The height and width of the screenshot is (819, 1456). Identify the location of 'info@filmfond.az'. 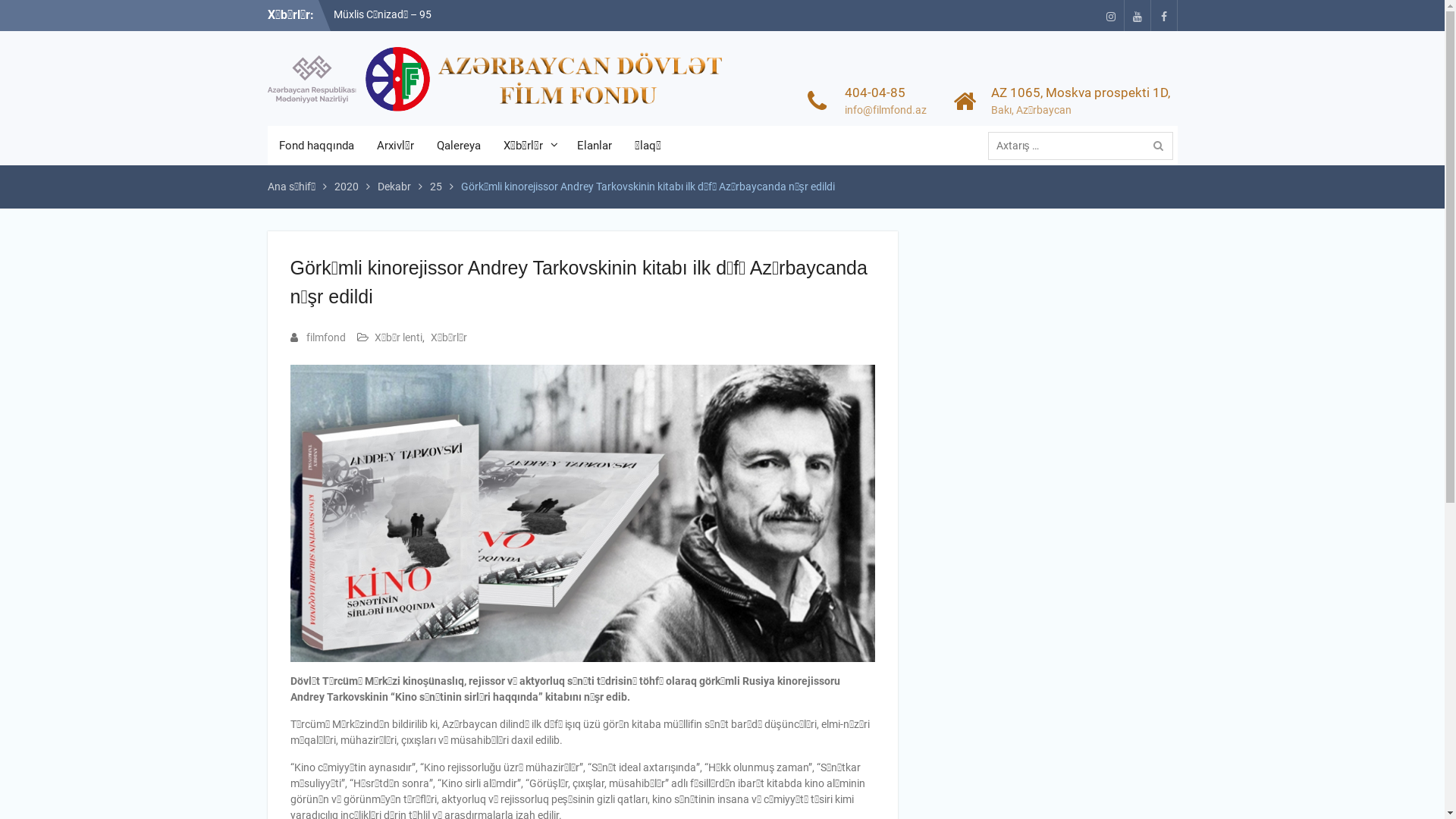
(884, 109).